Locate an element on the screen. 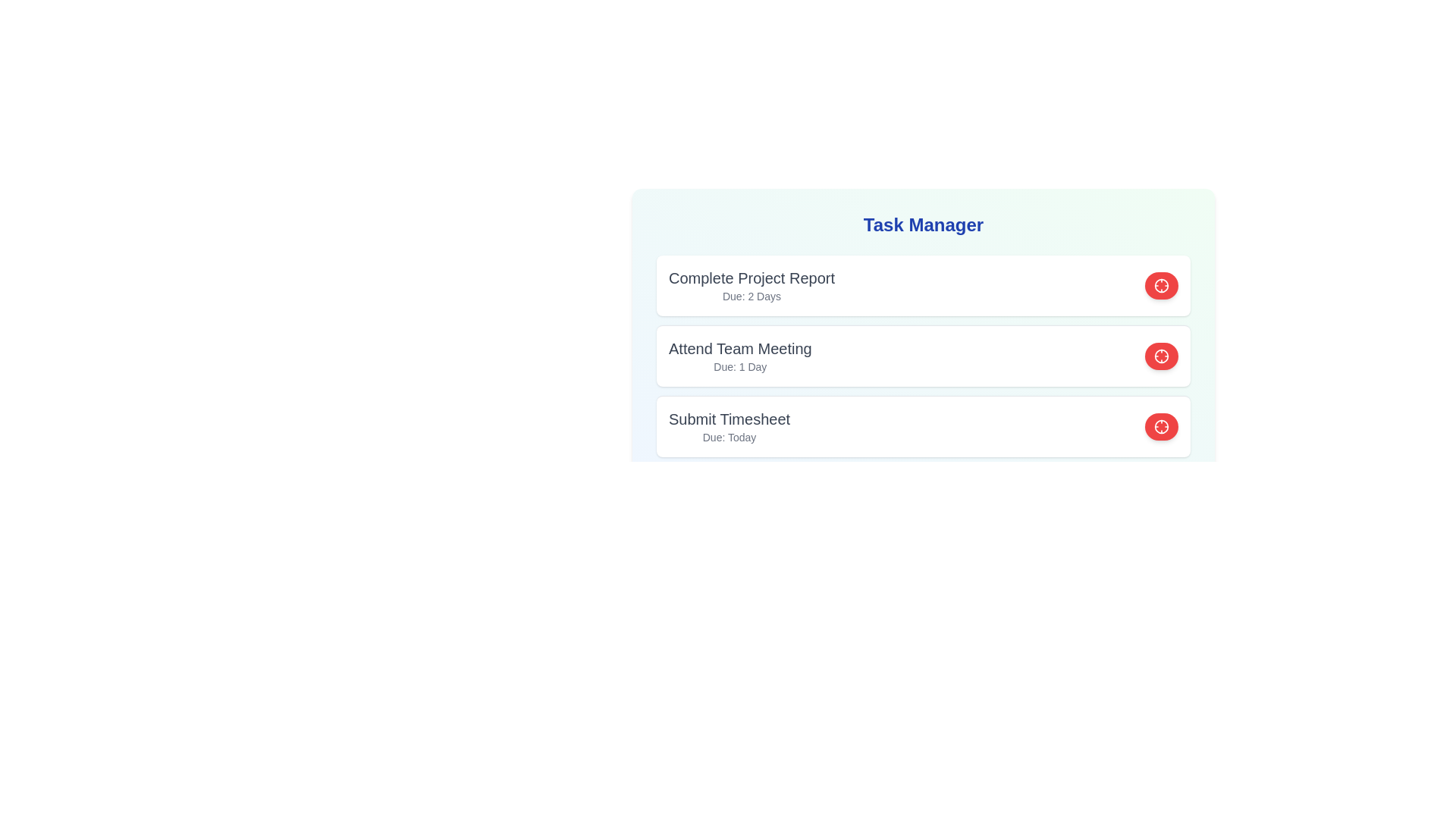  the first task block labeled 'Complete Project Report' with a due date 'Due: 2 Days' and a red circular action button is located at coordinates (923, 286).